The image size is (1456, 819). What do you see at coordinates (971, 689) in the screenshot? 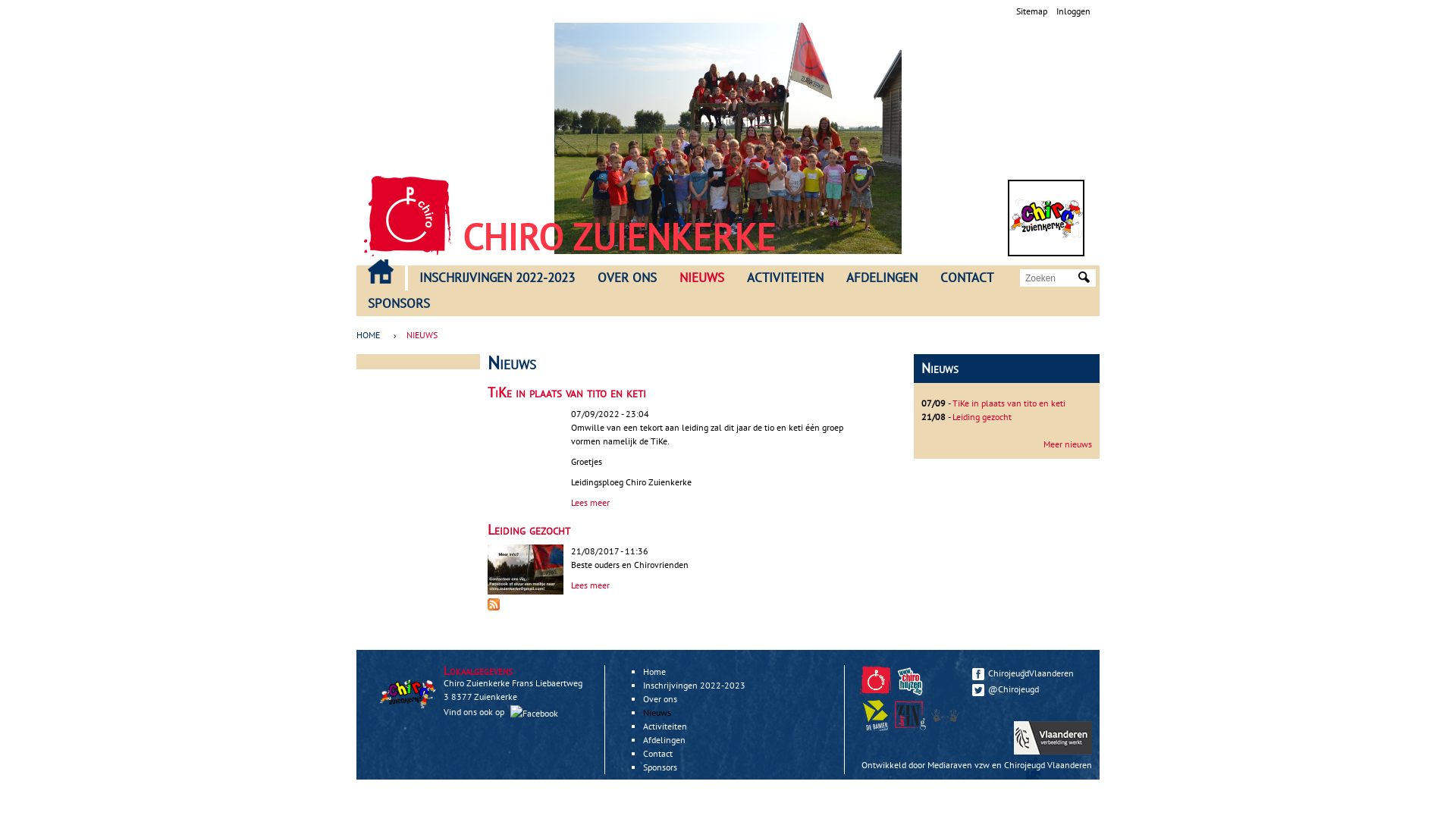
I see `'@Chirojeugd'` at bounding box center [971, 689].